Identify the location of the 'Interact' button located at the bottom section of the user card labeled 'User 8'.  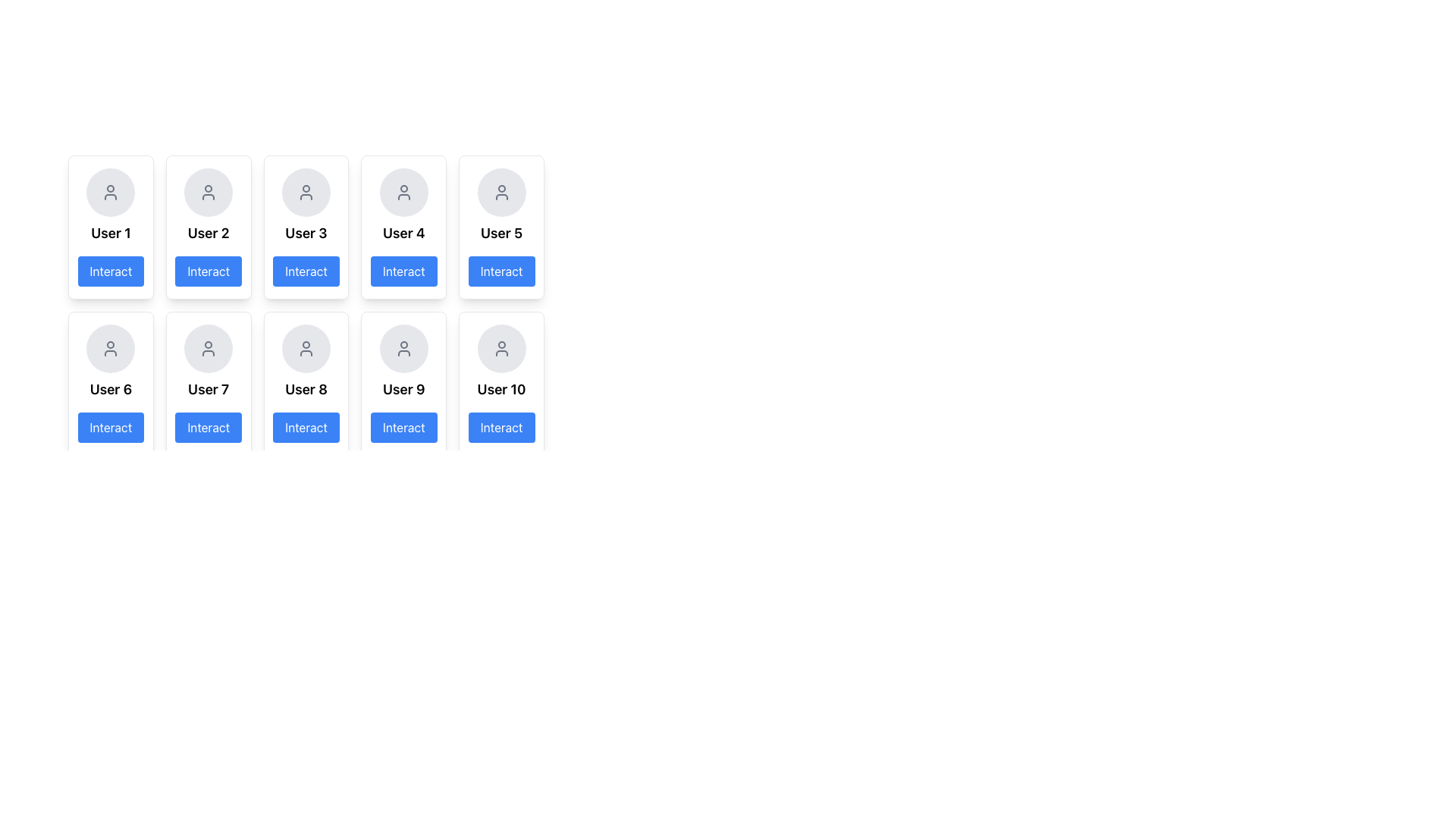
(305, 427).